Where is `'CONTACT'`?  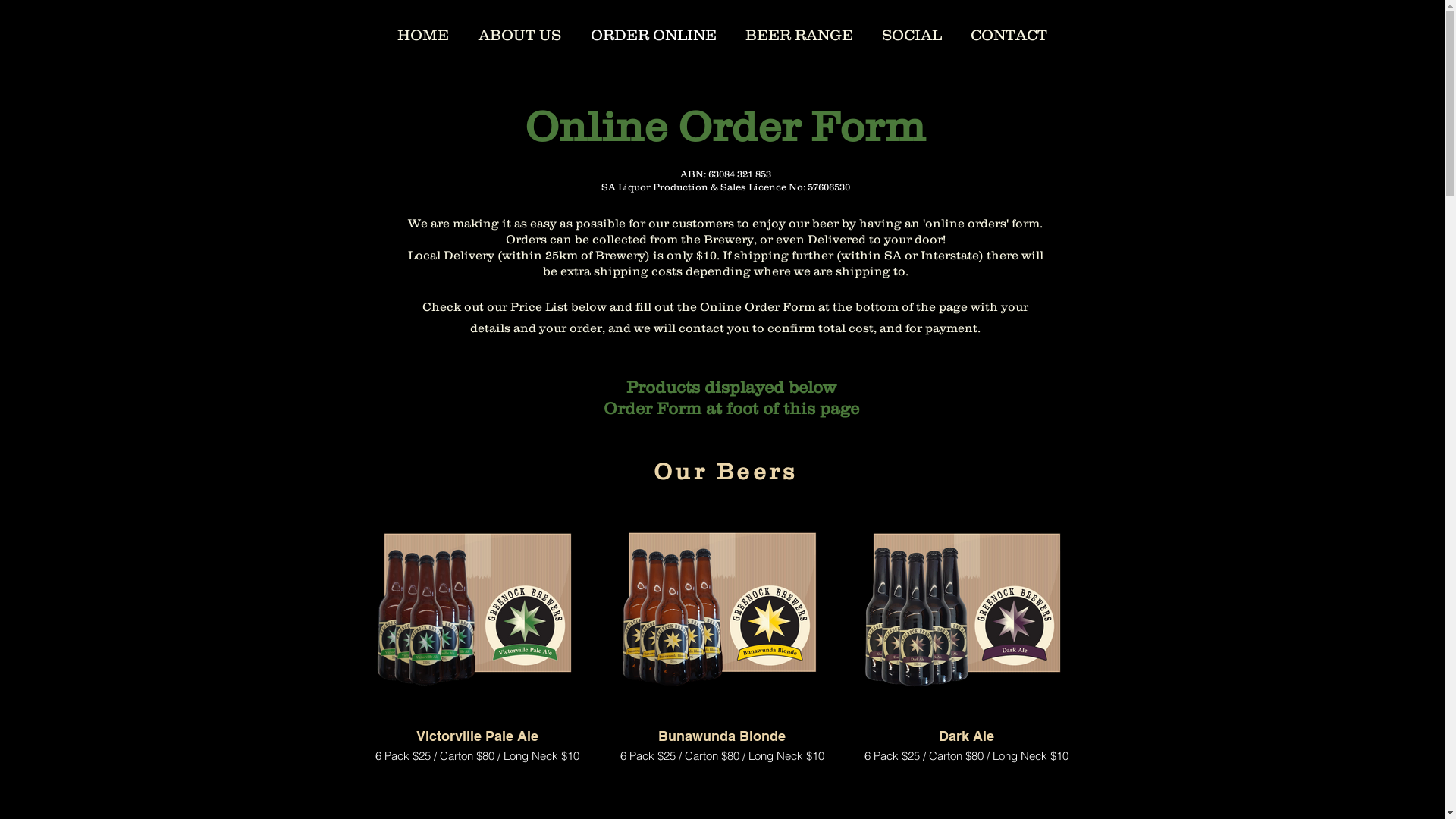 'CONTACT' is located at coordinates (1008, 33).